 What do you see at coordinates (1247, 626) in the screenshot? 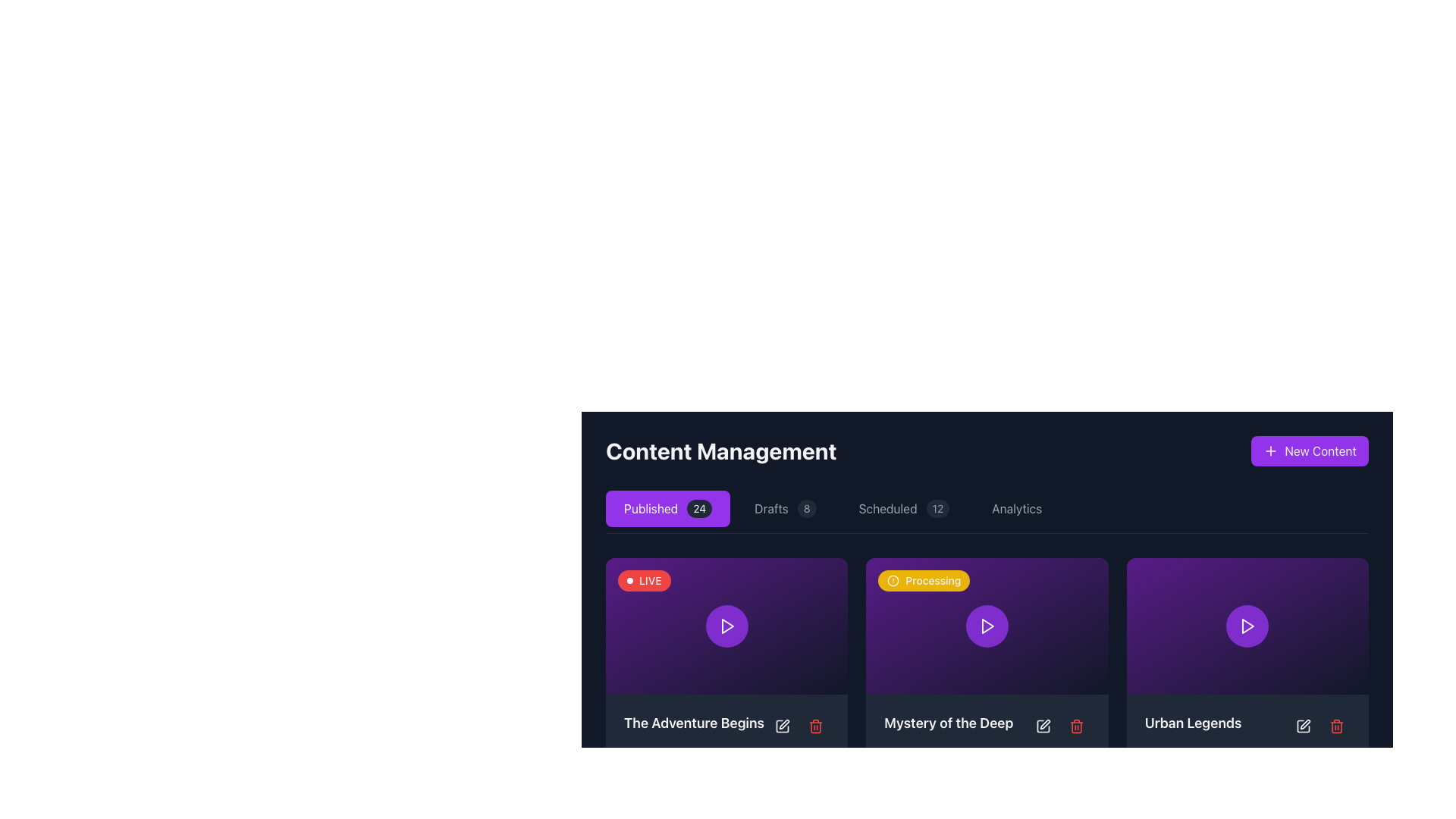
I see `the circular play button with a white play icon at the center of the 'Urban Legends' card` at bounding box center [1247, 626].